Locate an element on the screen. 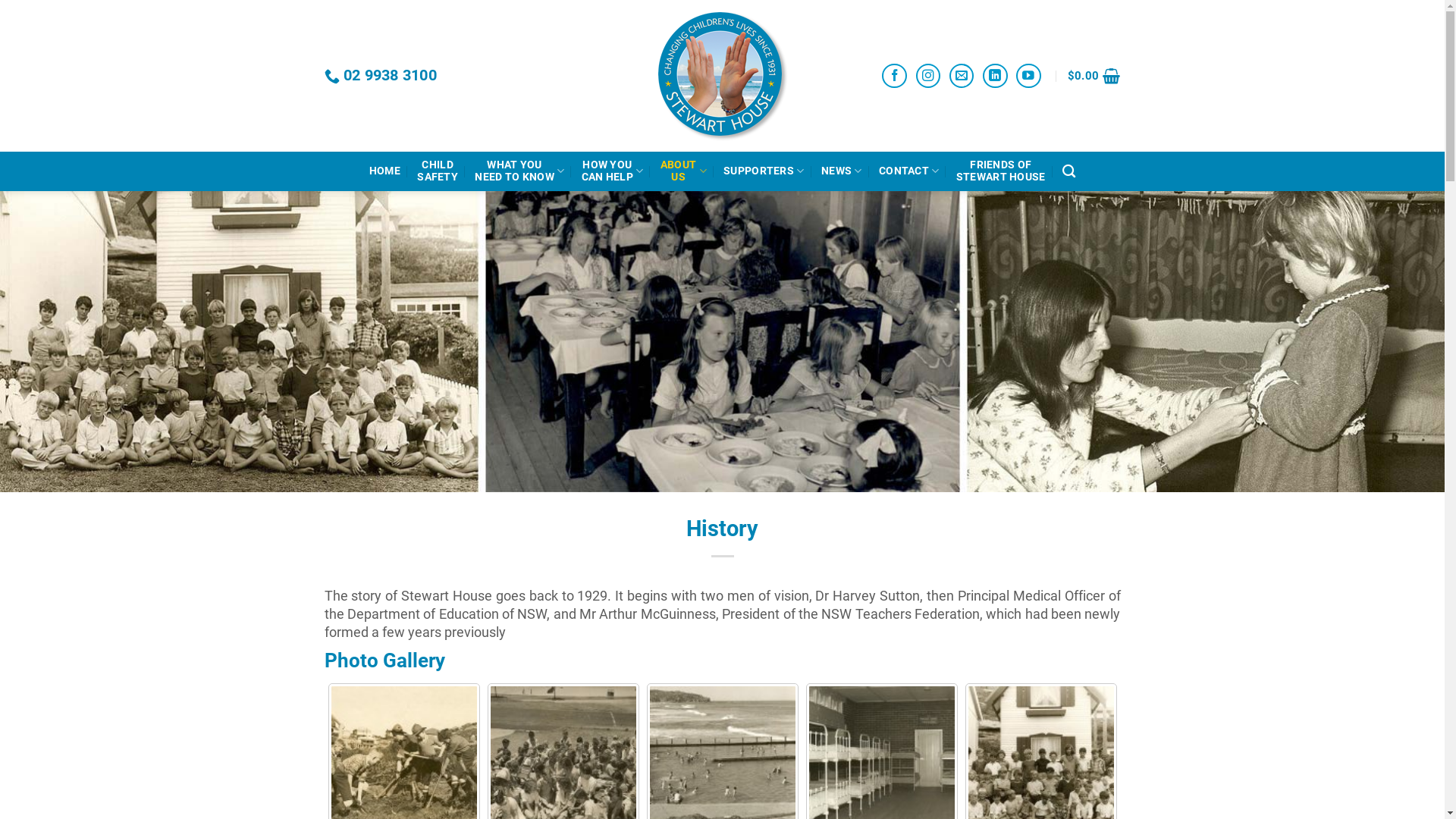 The width and height of the screenshot is (1456, 819). 'FRIENDS OF is located at coordinates (1001, 171).